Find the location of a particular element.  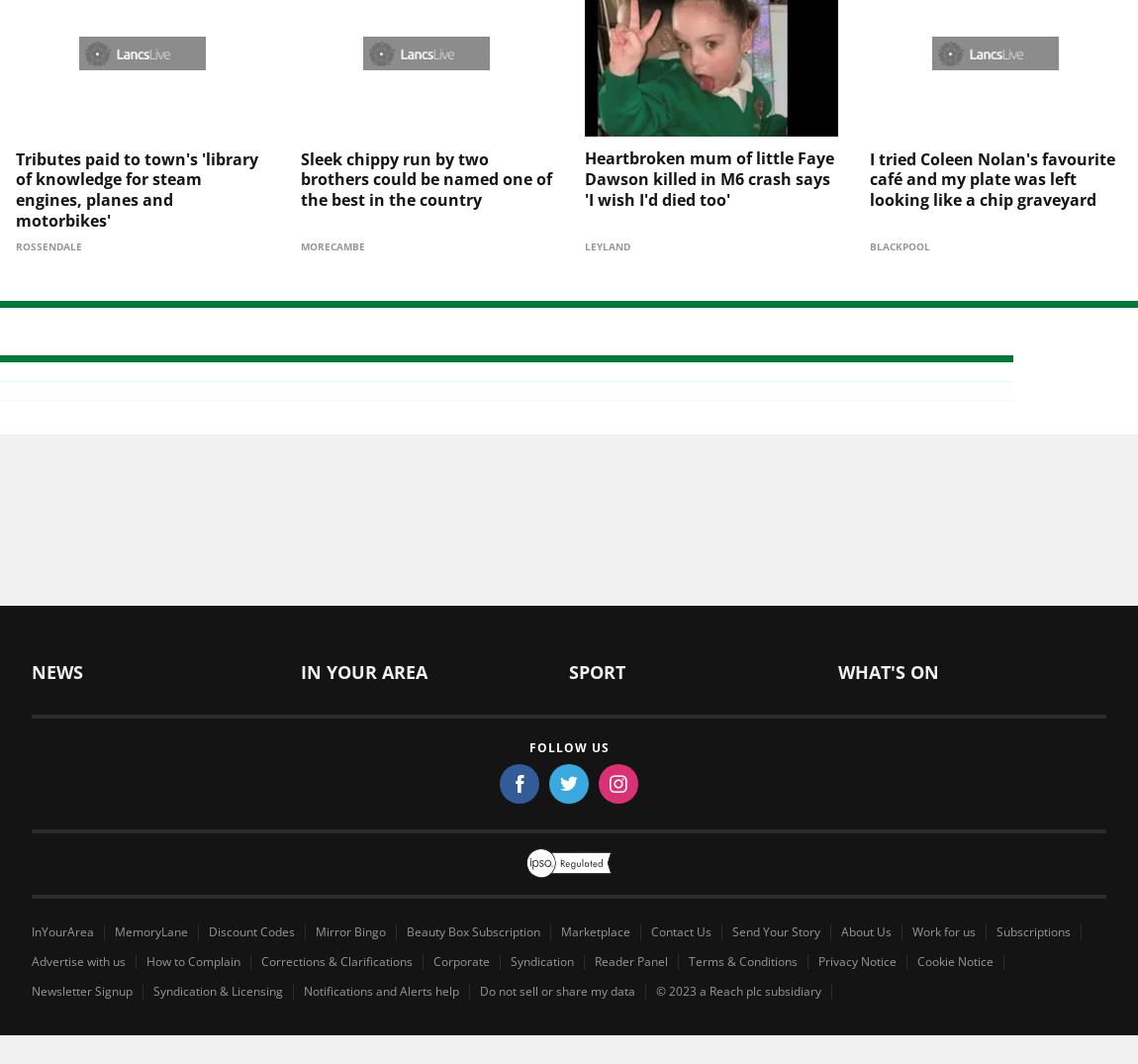

'Morecambe' is located at coordinates (332, 212).